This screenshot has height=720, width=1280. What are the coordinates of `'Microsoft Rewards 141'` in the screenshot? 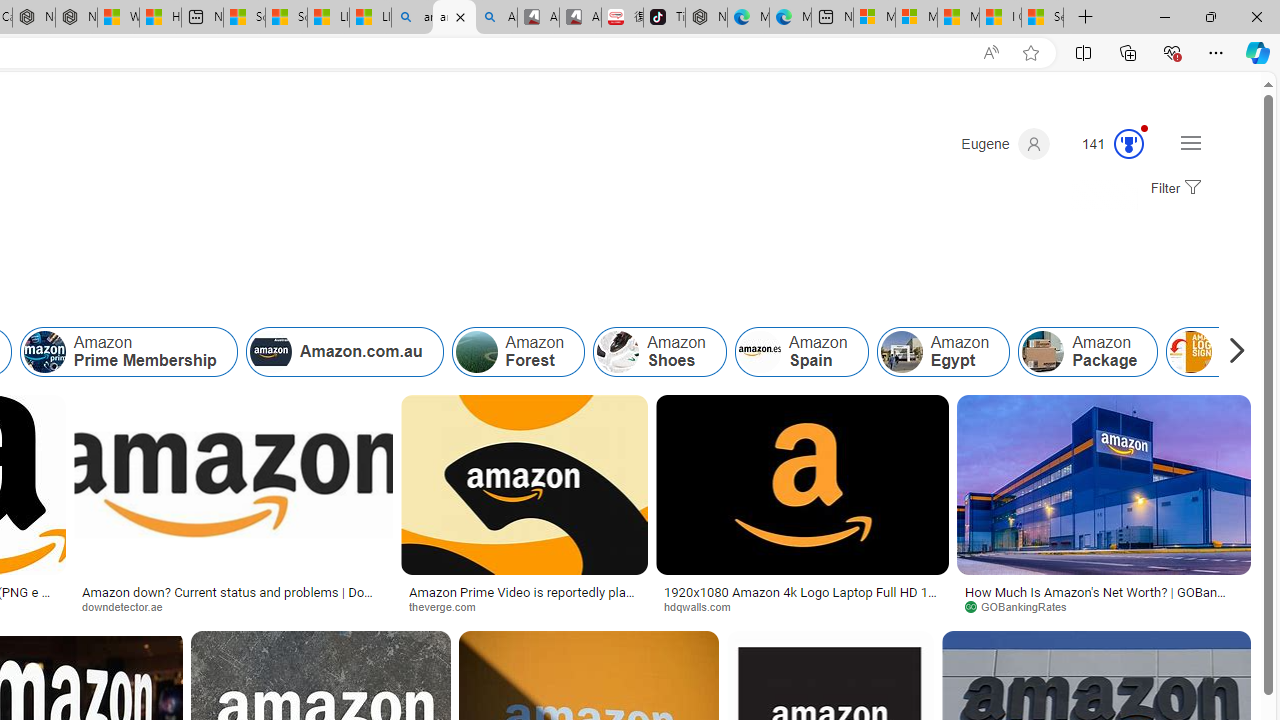 It's located at (1104, 143).